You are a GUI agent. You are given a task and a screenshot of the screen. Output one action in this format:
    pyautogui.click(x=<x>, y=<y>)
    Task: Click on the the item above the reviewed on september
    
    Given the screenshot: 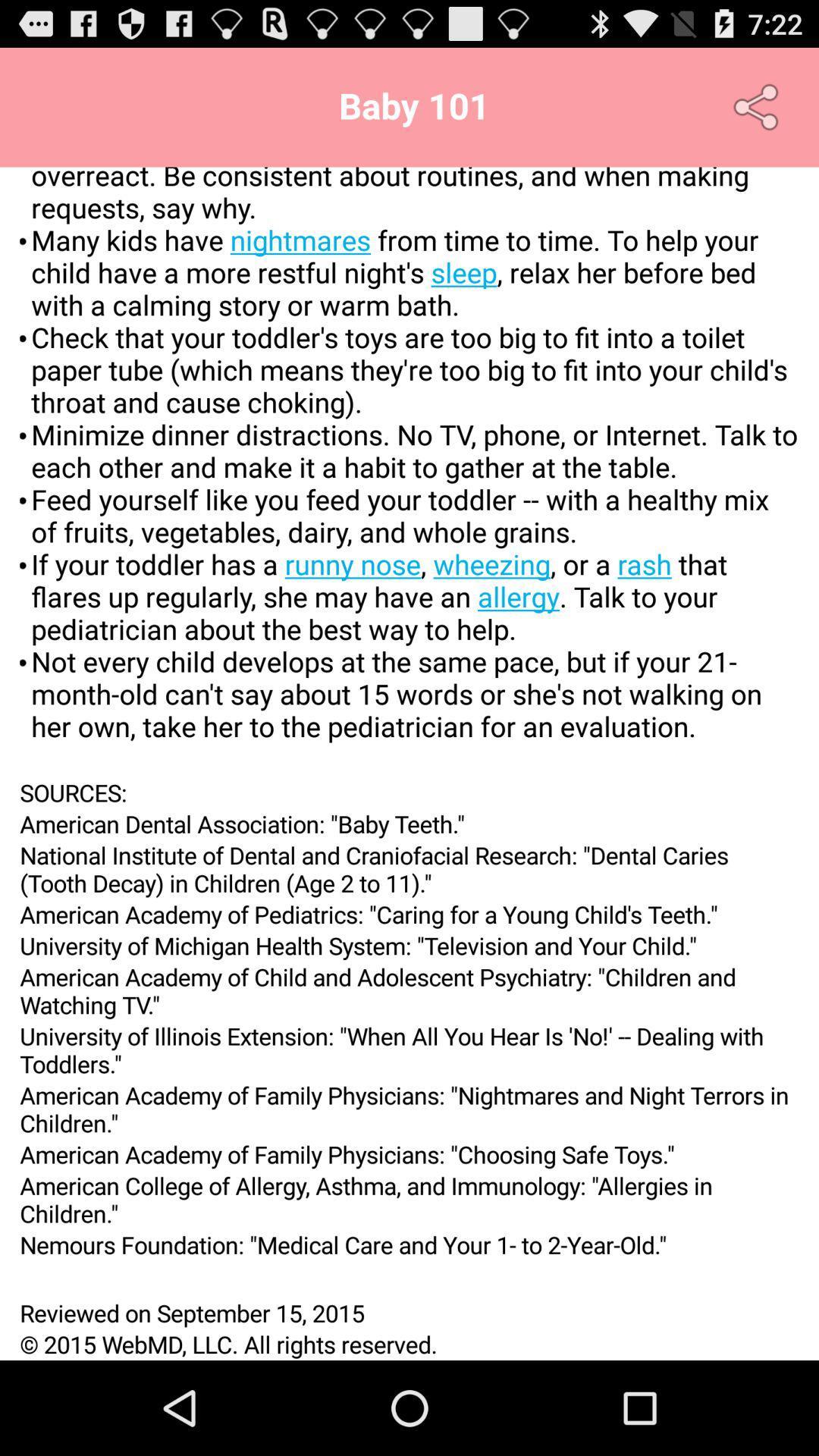 What is the action you would take?
    pyautogui.click(x=409, y=1278)
    